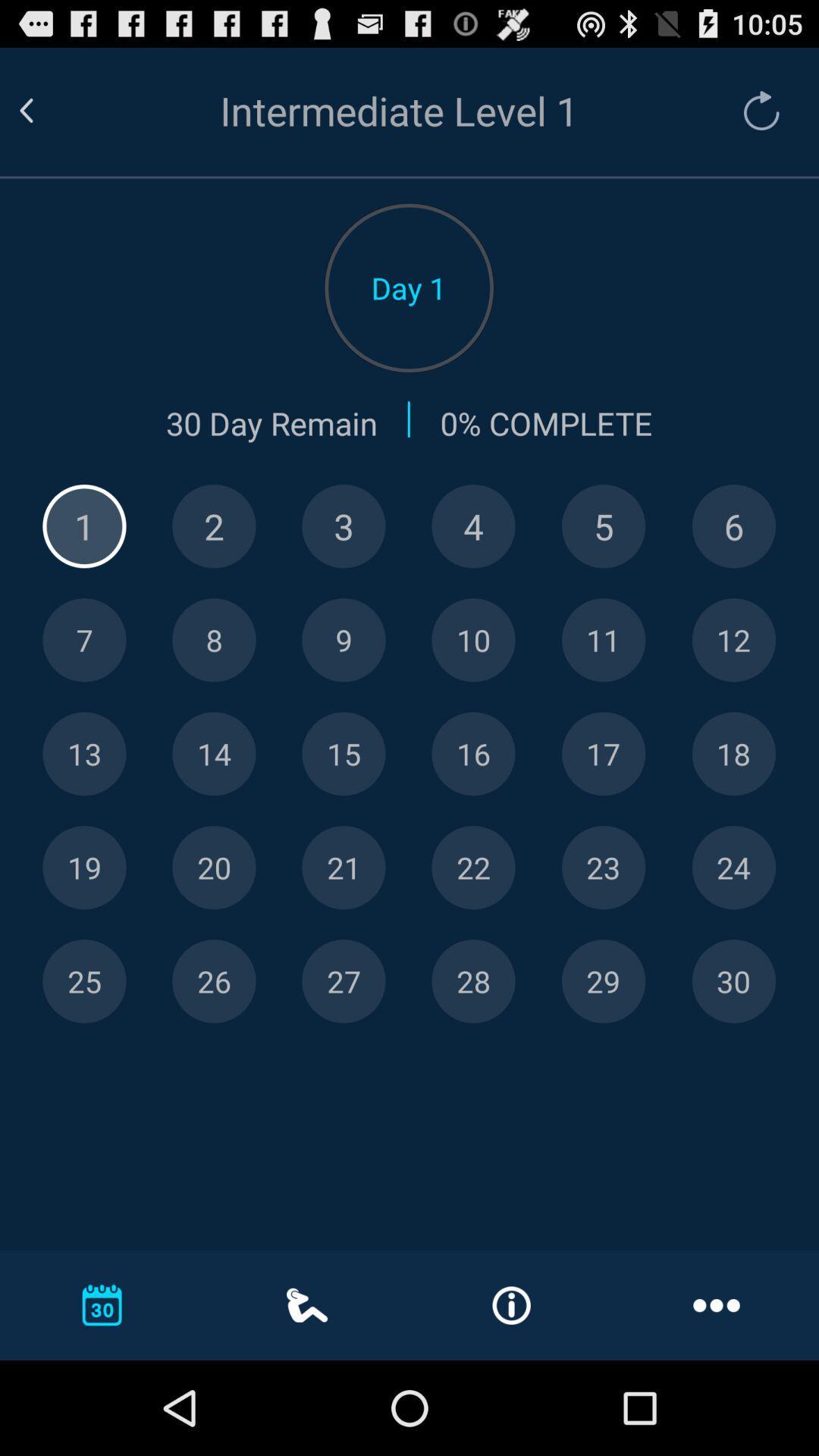  I want to click on go back, so click(44, 110).